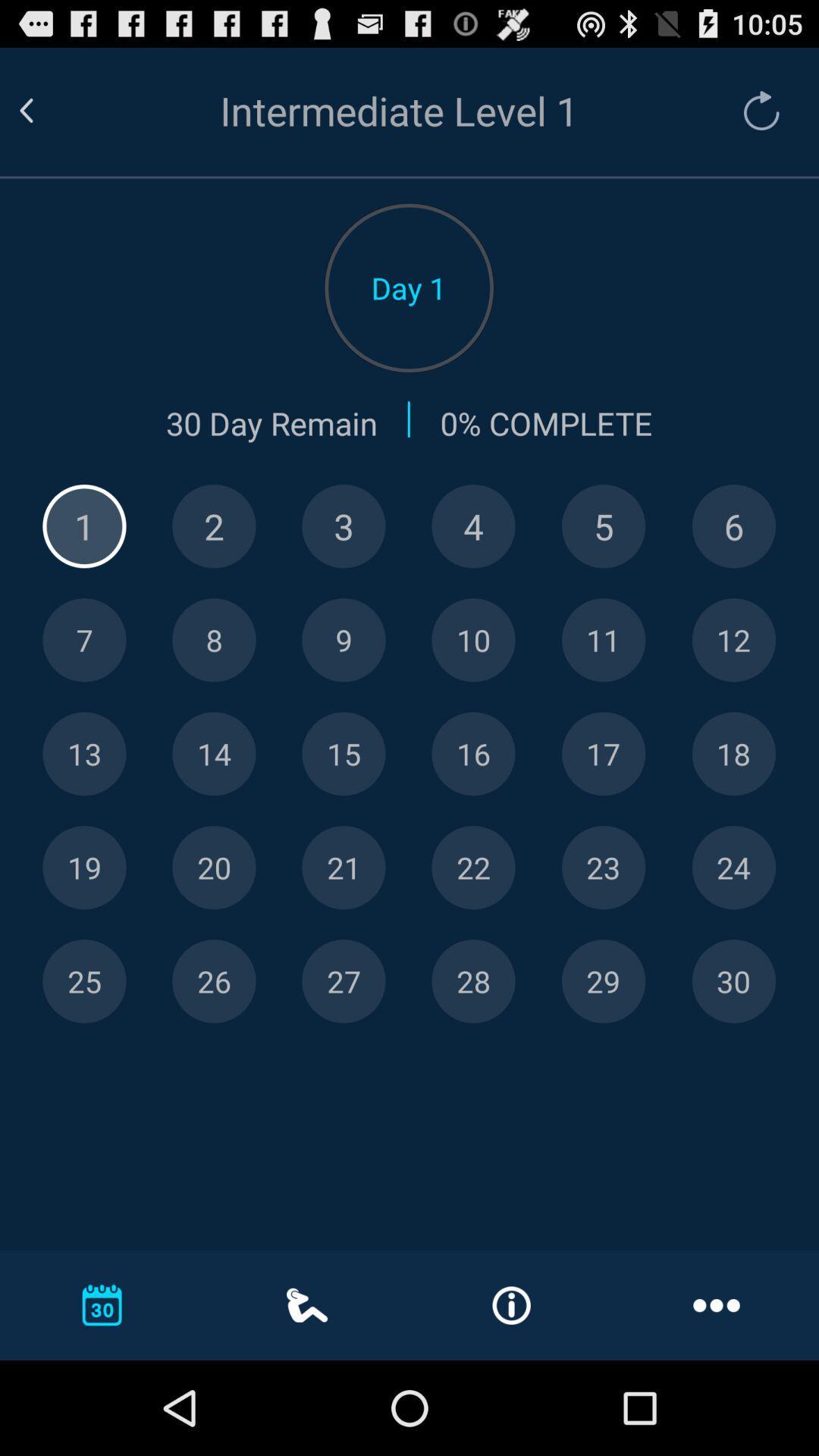  I want to click on go back, so click(44, 110).